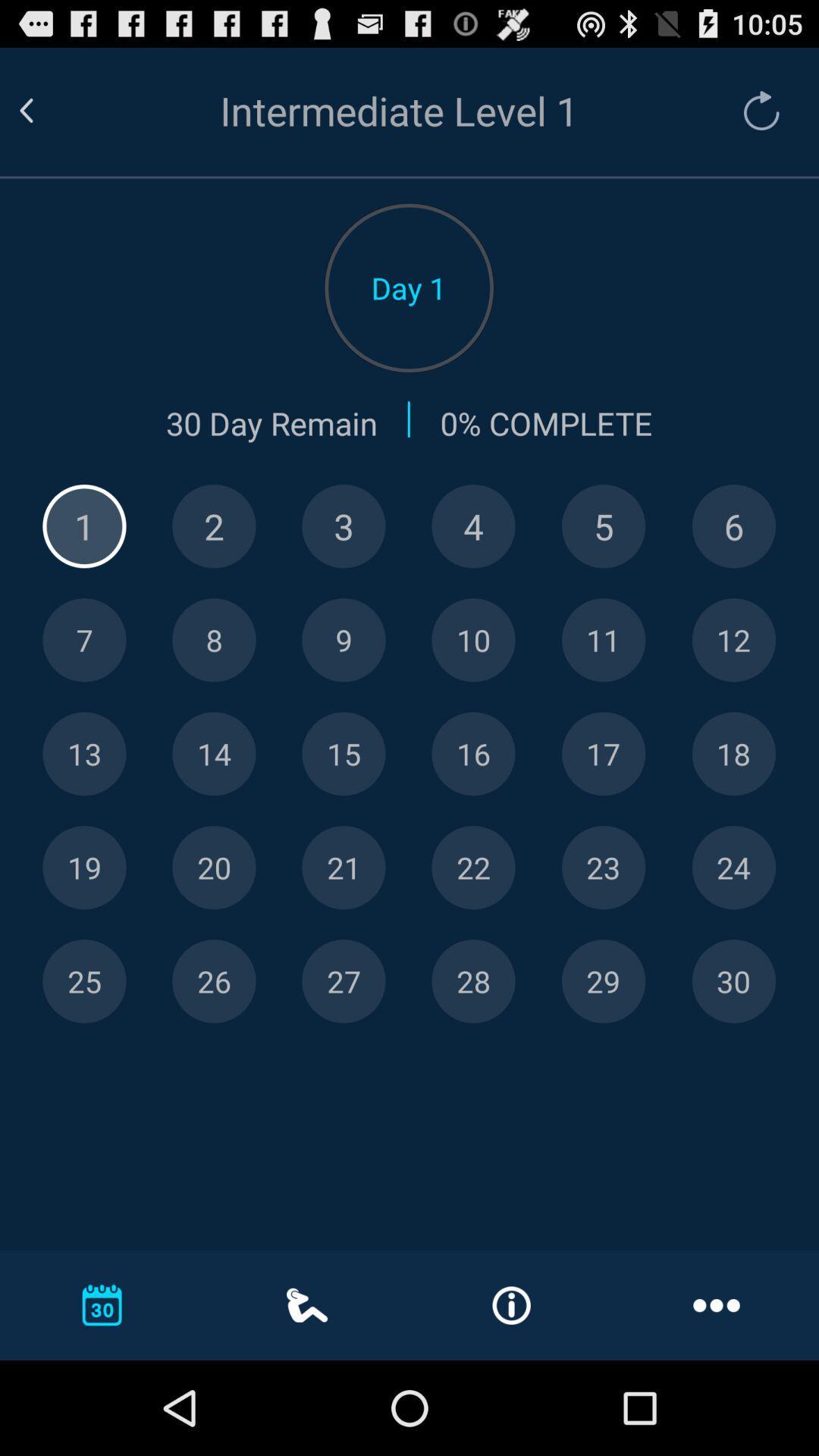  I want to click on go back, so click(44, 110).